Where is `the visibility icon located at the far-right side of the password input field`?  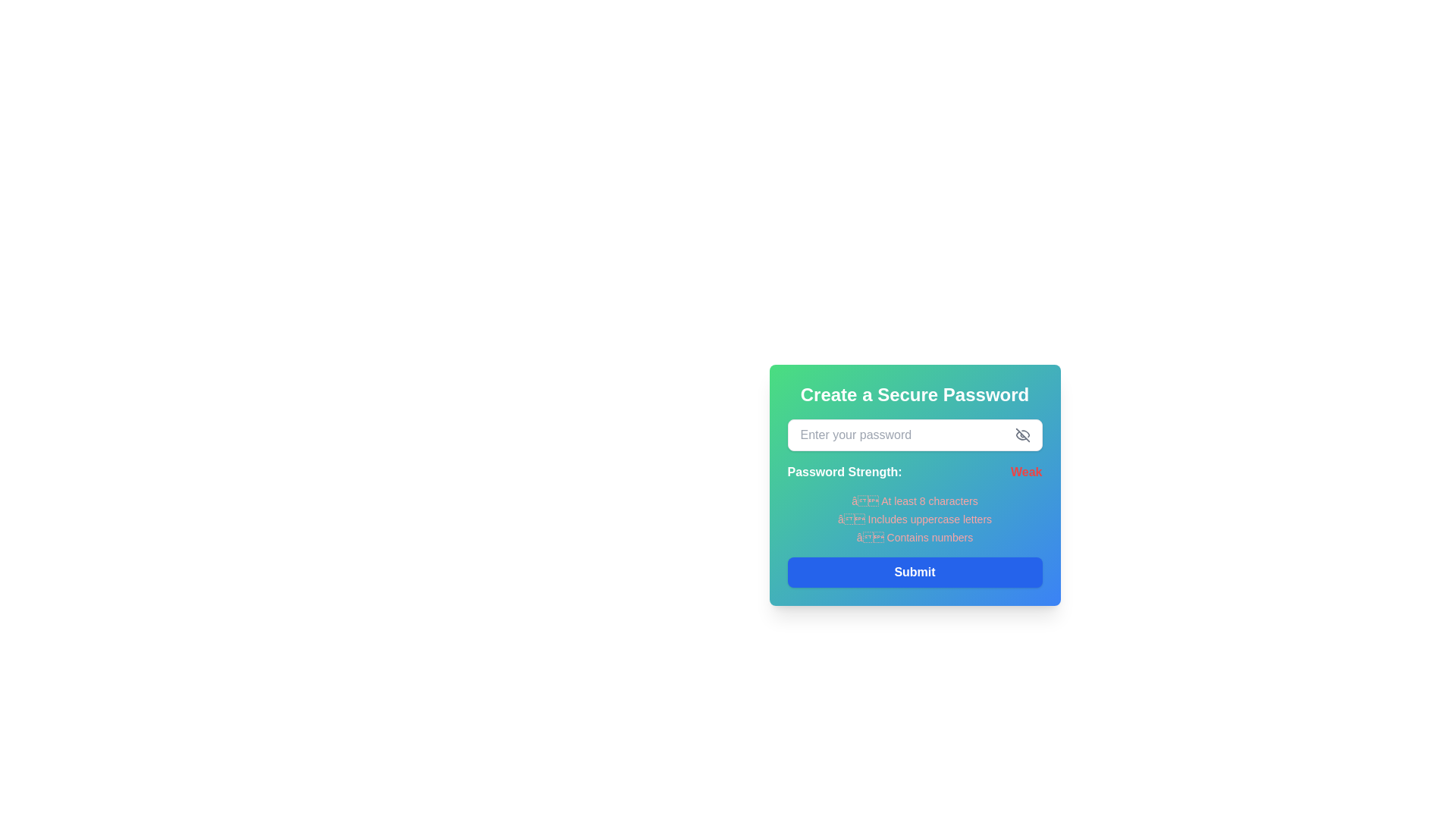
the visibility icon located at the far-right side of the password input field is located at coordinates (1022, 435).